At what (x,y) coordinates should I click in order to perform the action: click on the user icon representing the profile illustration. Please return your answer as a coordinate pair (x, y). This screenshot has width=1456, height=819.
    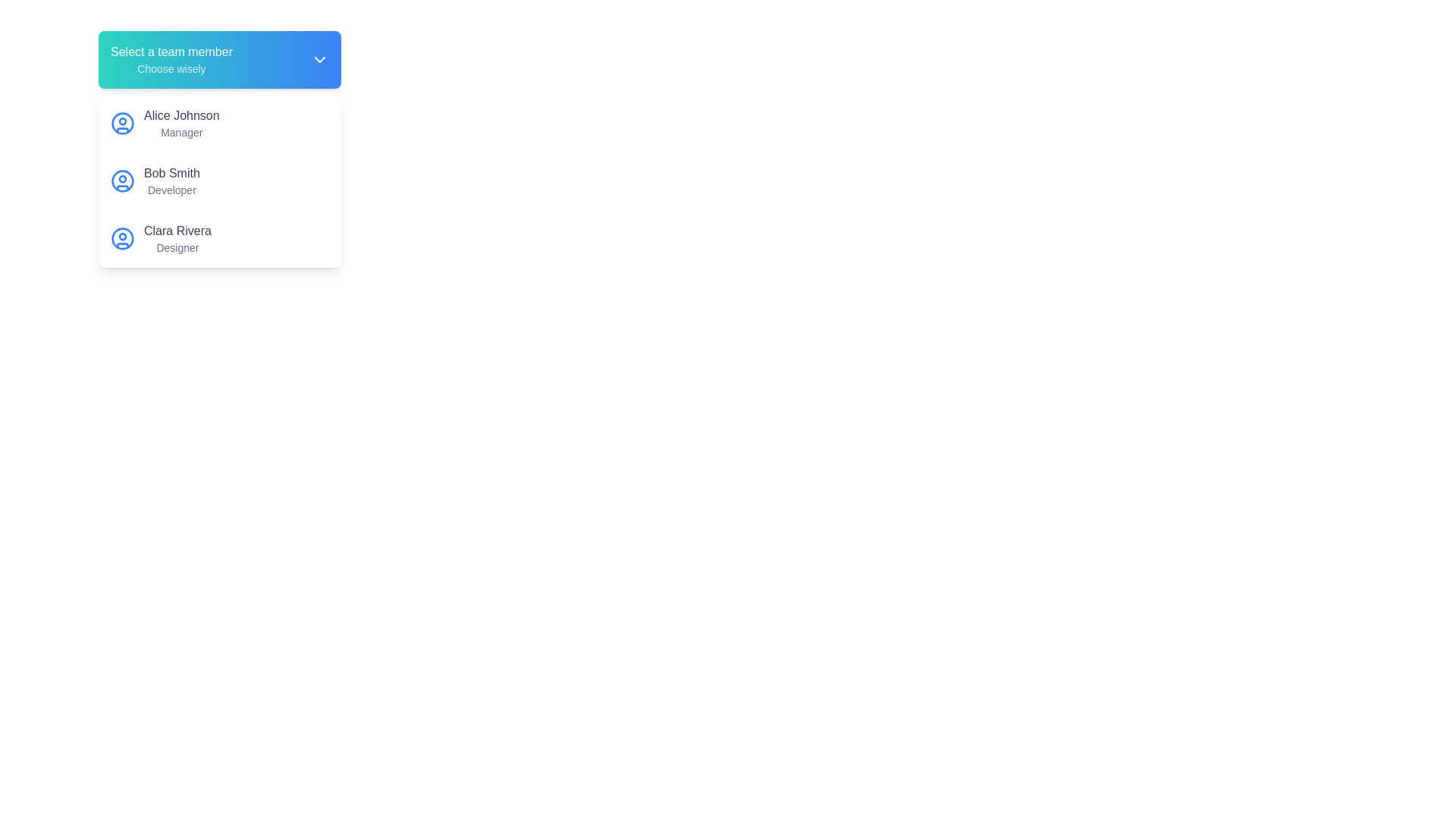
    Looking at the image, I should click on (123, 180).